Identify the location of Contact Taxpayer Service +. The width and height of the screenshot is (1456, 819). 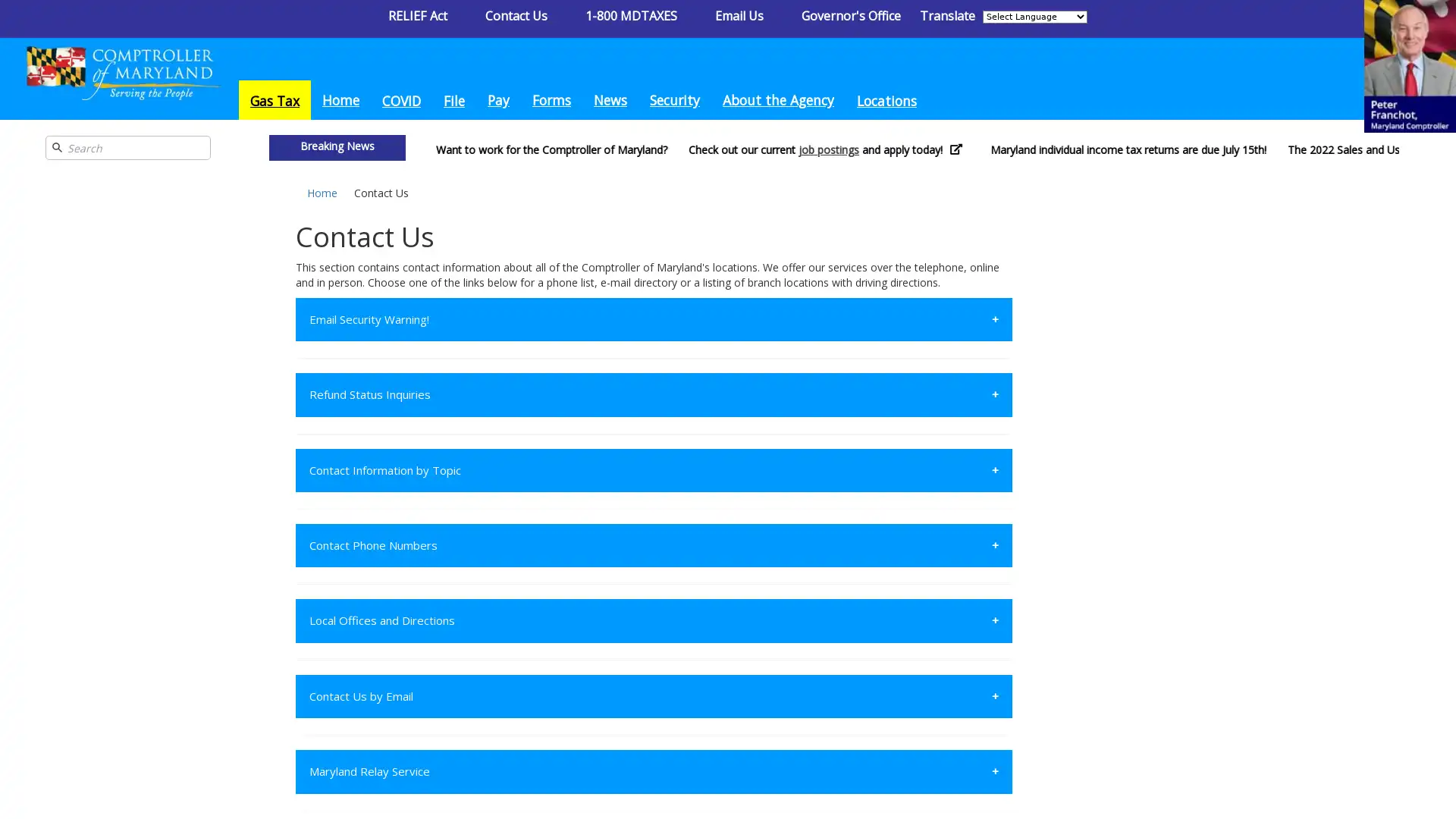
(654, 604).